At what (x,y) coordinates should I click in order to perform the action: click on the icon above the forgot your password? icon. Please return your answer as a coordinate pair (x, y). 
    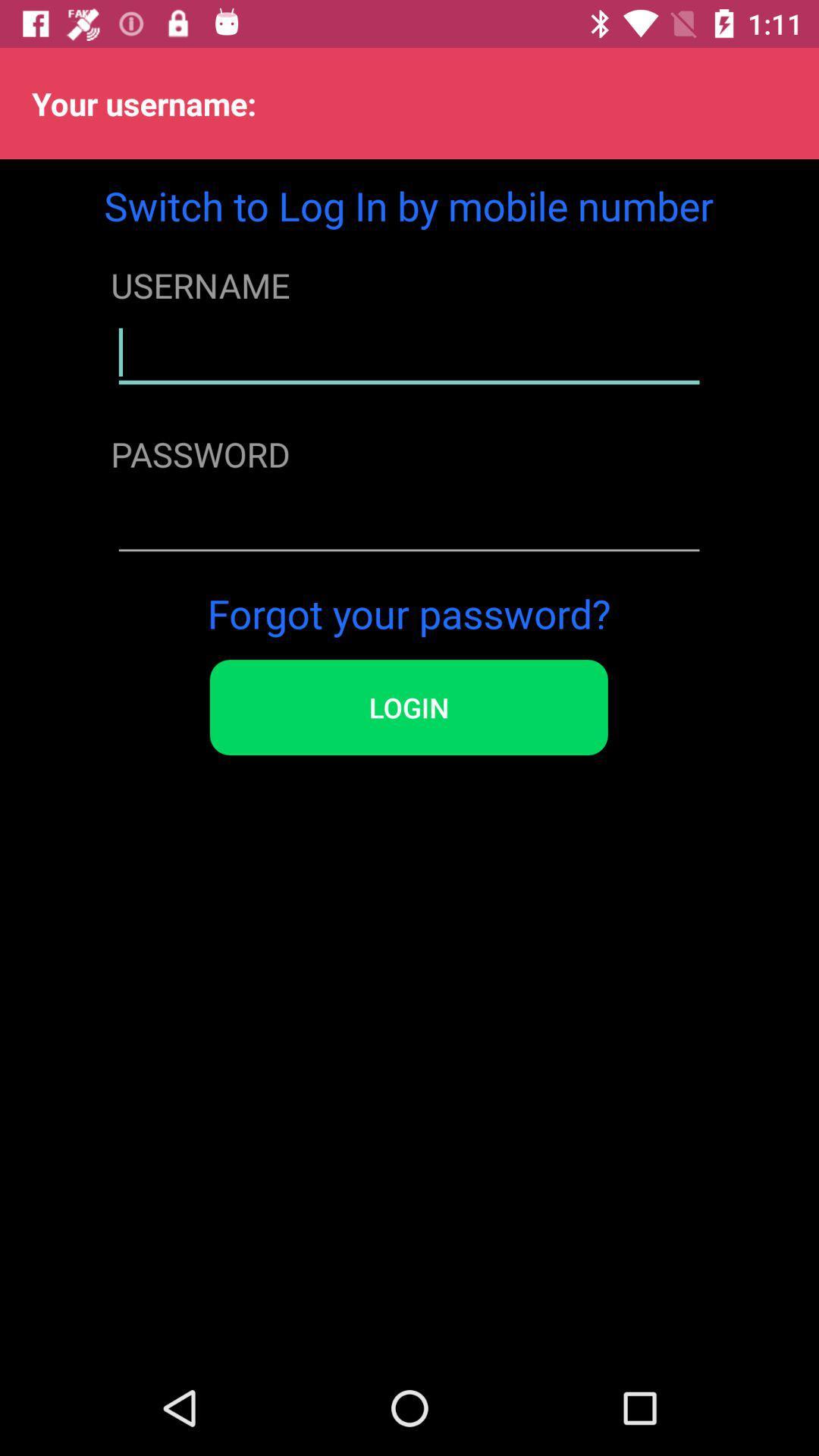
    Looking at the image, I should click on (408, 522).